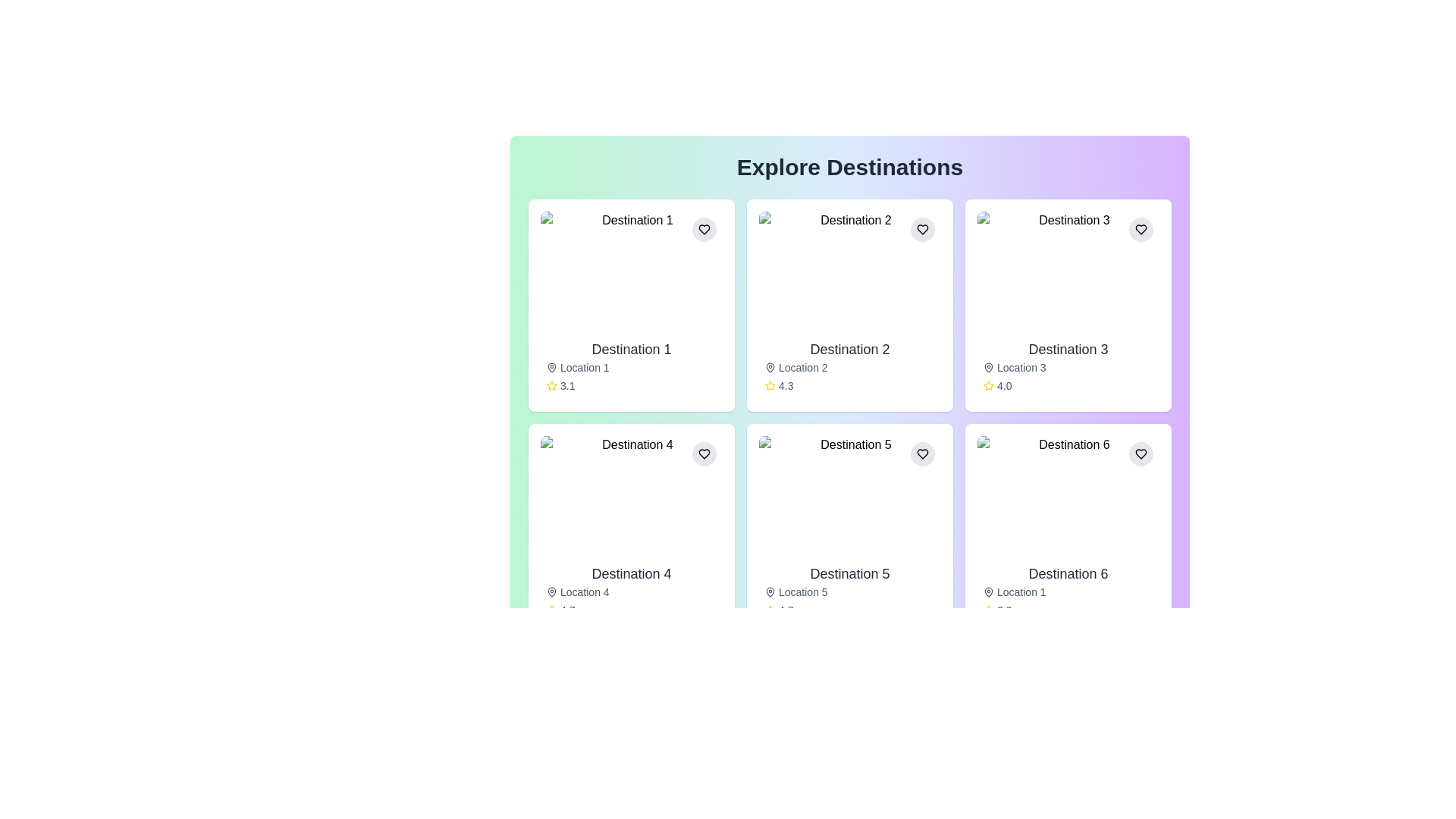  What do you see at coordinates (1068, 590) in the screenshot?
I see `the informational card section located in the bottom-right corner of the grid, which provides details about a specific destination including its name, location, and rating` at bounding box center [1068, 590].